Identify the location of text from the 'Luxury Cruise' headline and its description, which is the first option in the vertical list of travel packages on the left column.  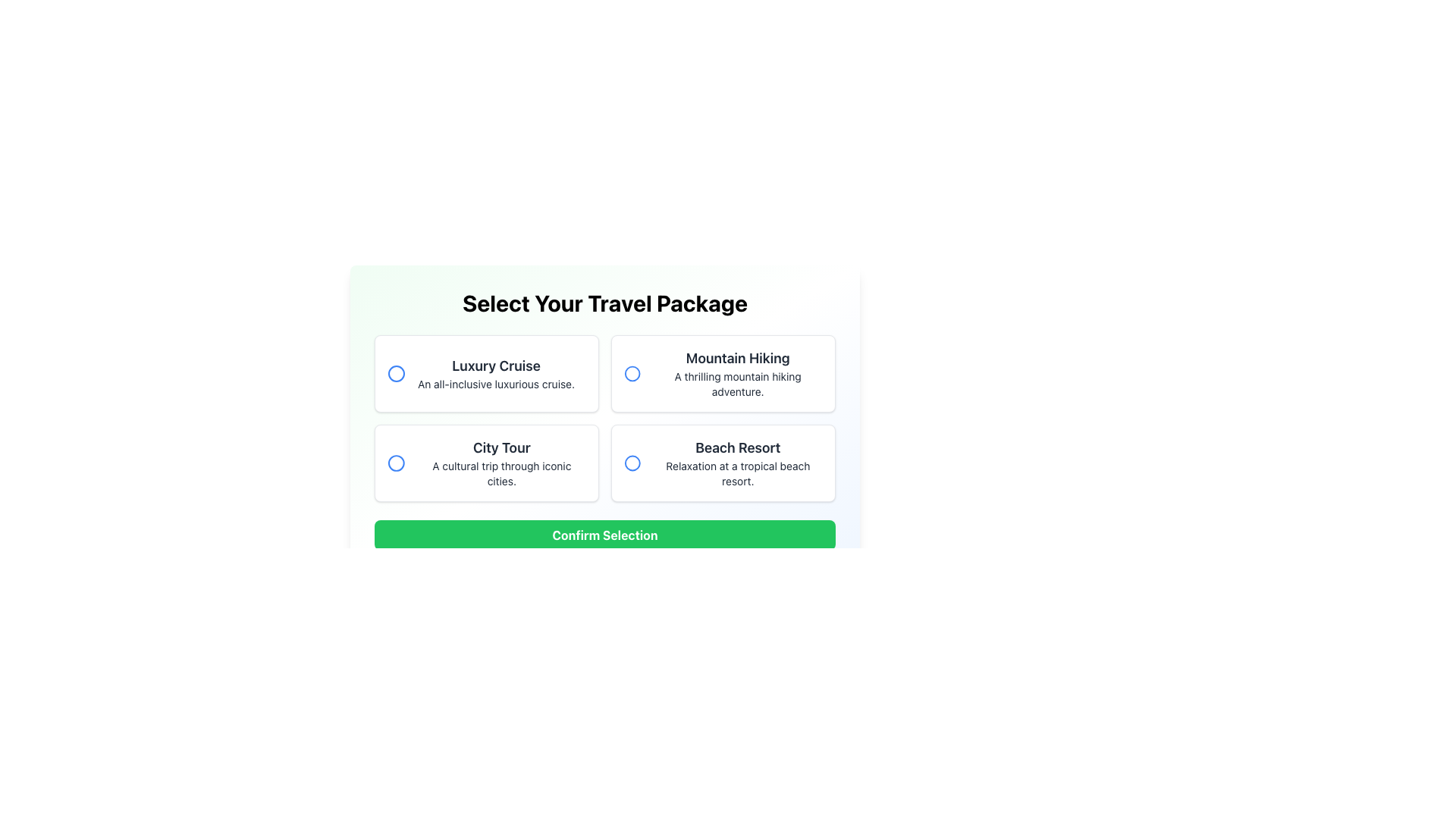
(496, 374).